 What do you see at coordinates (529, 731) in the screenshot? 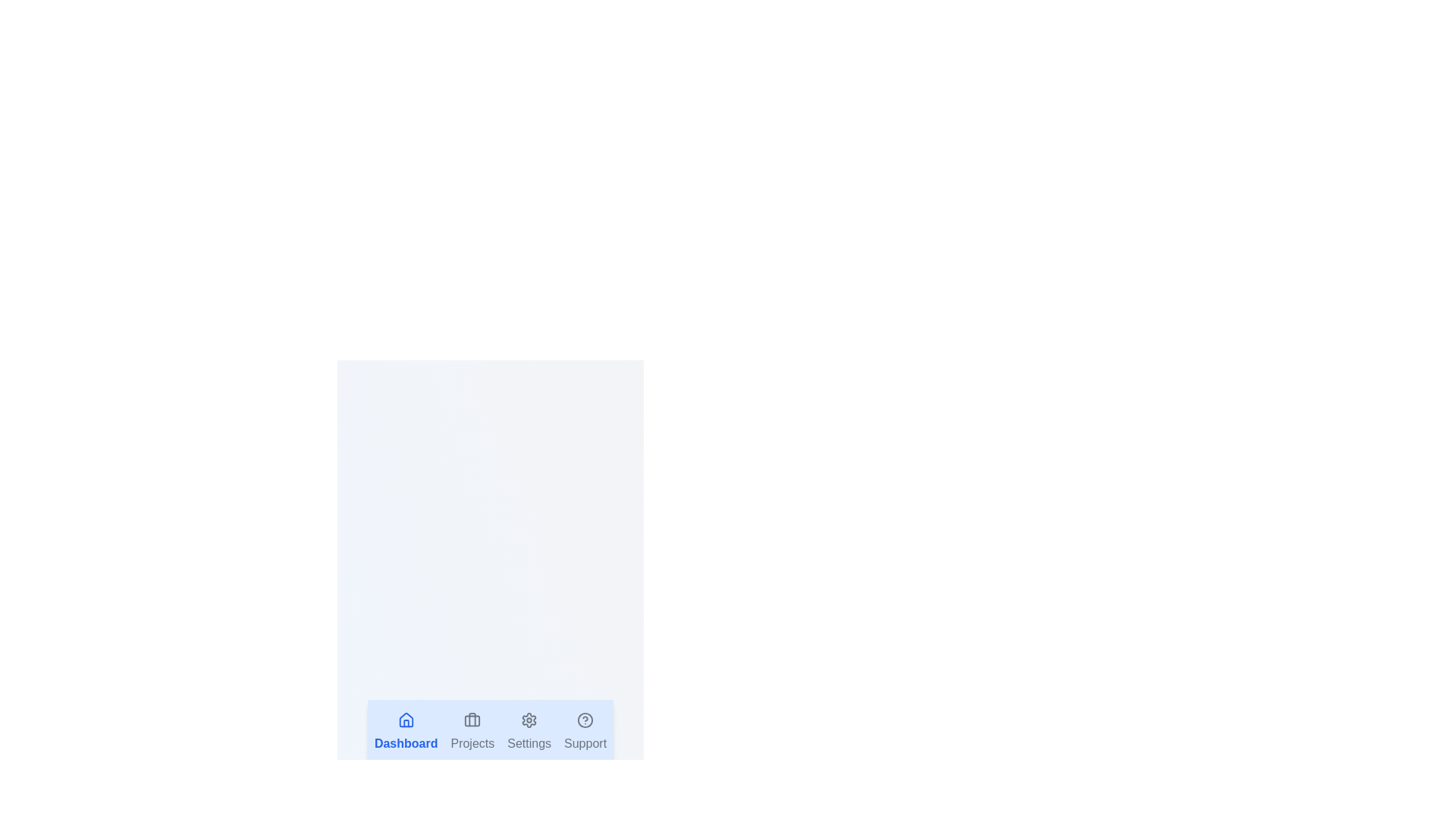
I see `the tab labeled Settings` at bounding box center [529, 731].